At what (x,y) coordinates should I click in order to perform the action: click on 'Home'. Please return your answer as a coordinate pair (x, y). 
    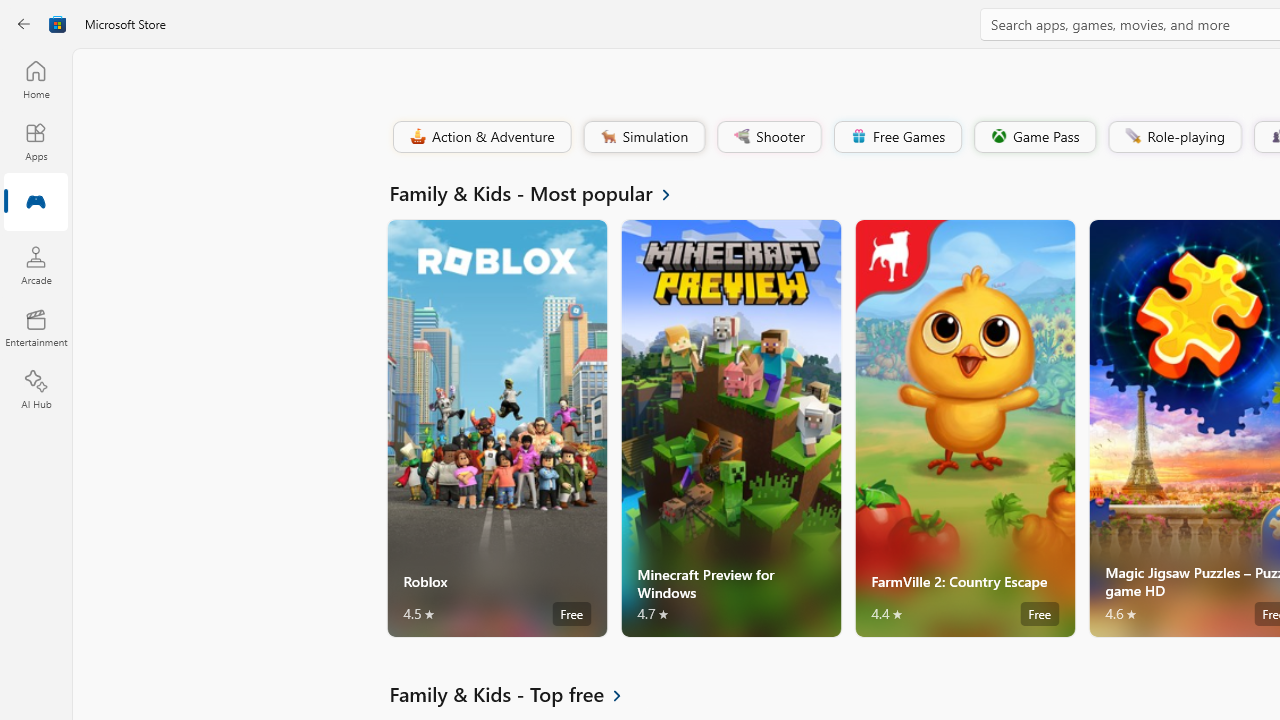
    Looking at the image, I should click on (35, 78).